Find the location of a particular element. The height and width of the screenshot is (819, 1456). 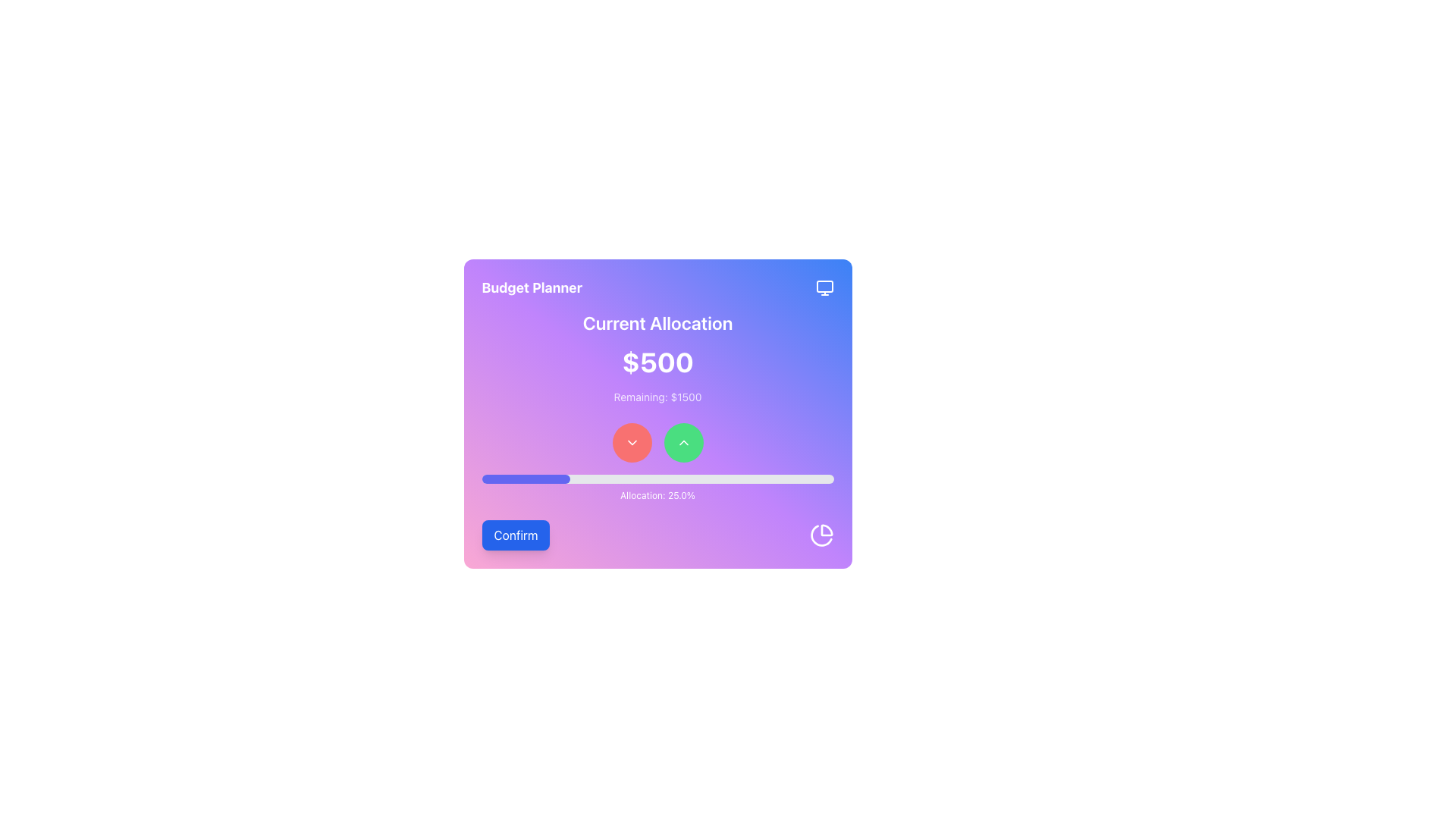

the second segment of the pie chart icon located at the bottom-right corner of the interface is located at coordinates (820, 535).